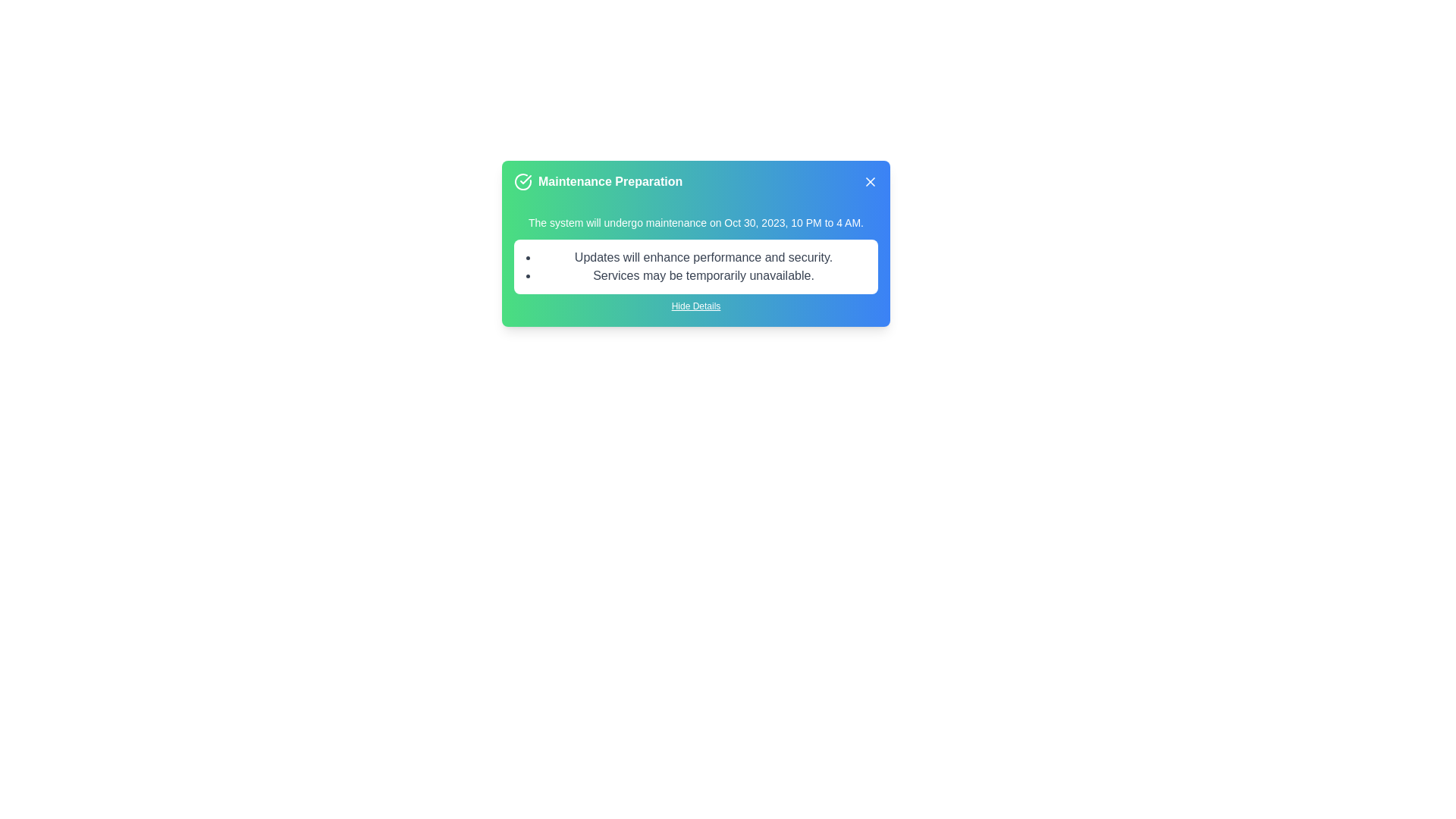 This screenshot has width=1456, height=819. Describe the element at coordinates (695, 306) in the screenshot. I see `the 'Hide Details' link to toggle the visibility of additional details` at that location.